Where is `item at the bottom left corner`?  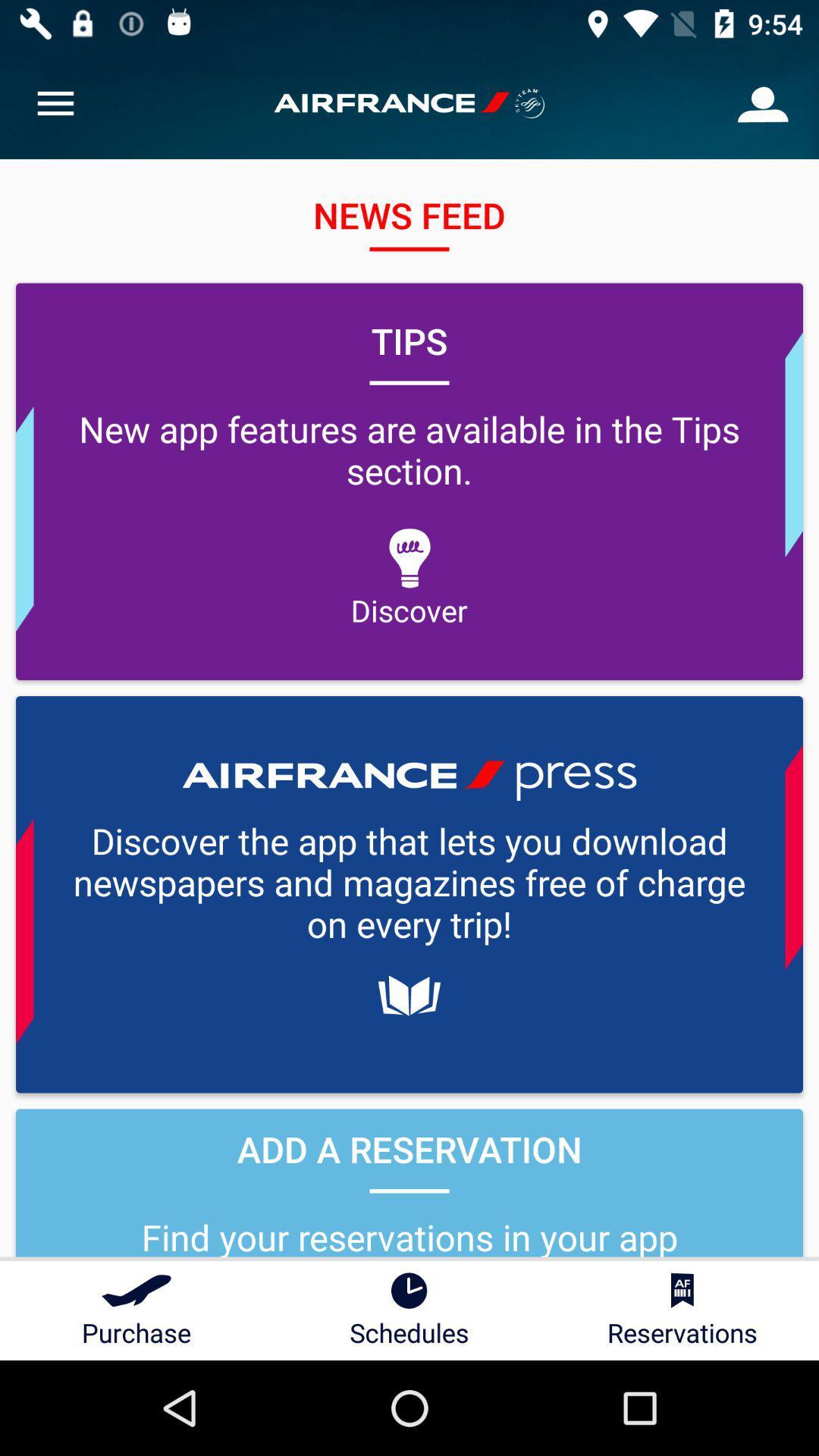 item at the bottom left corner is located at coordinates (136, 1310).